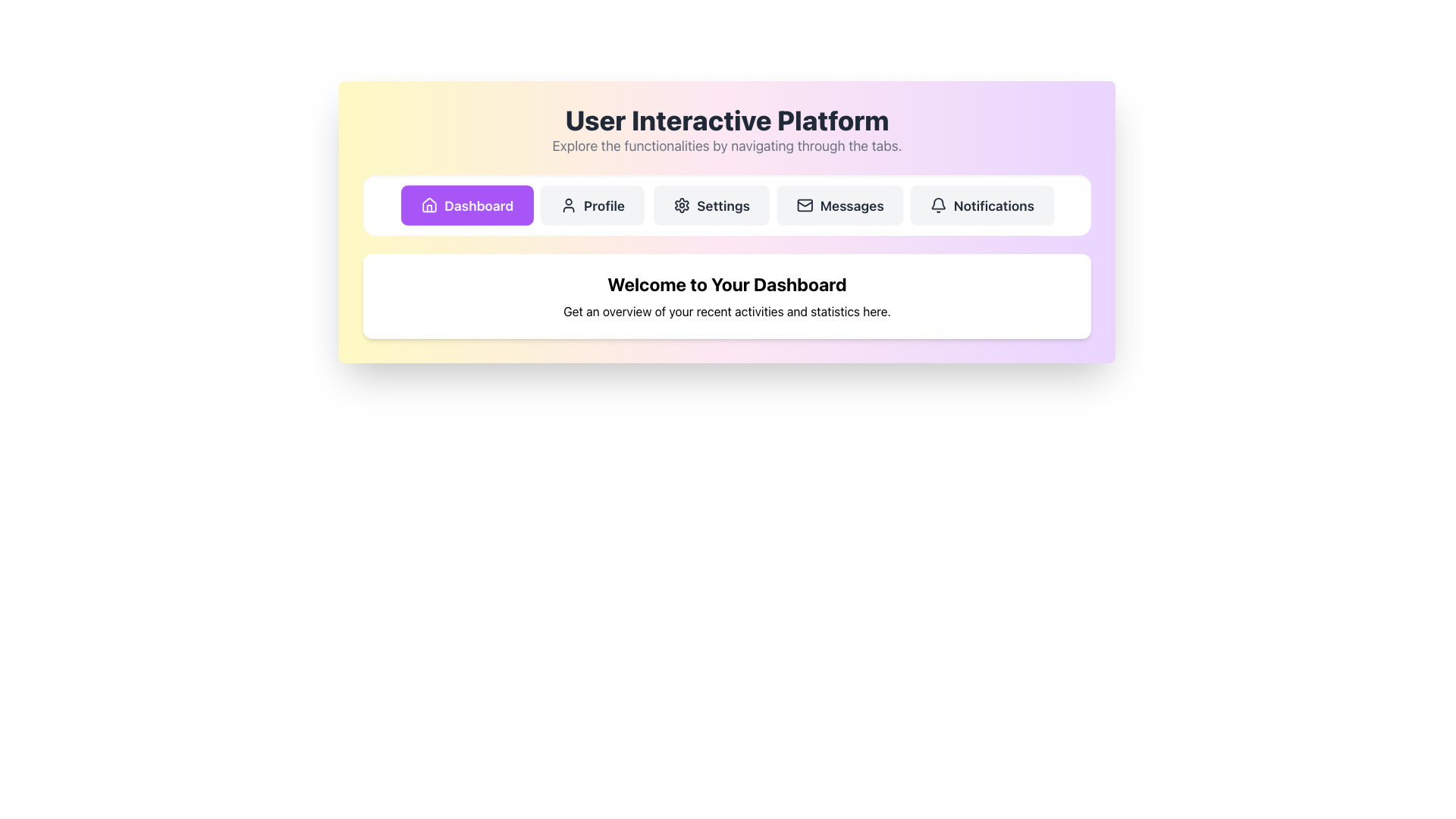  I want to click on the area surrounding the 'Notifications' text label in the navigation bar, so click(993, 205).